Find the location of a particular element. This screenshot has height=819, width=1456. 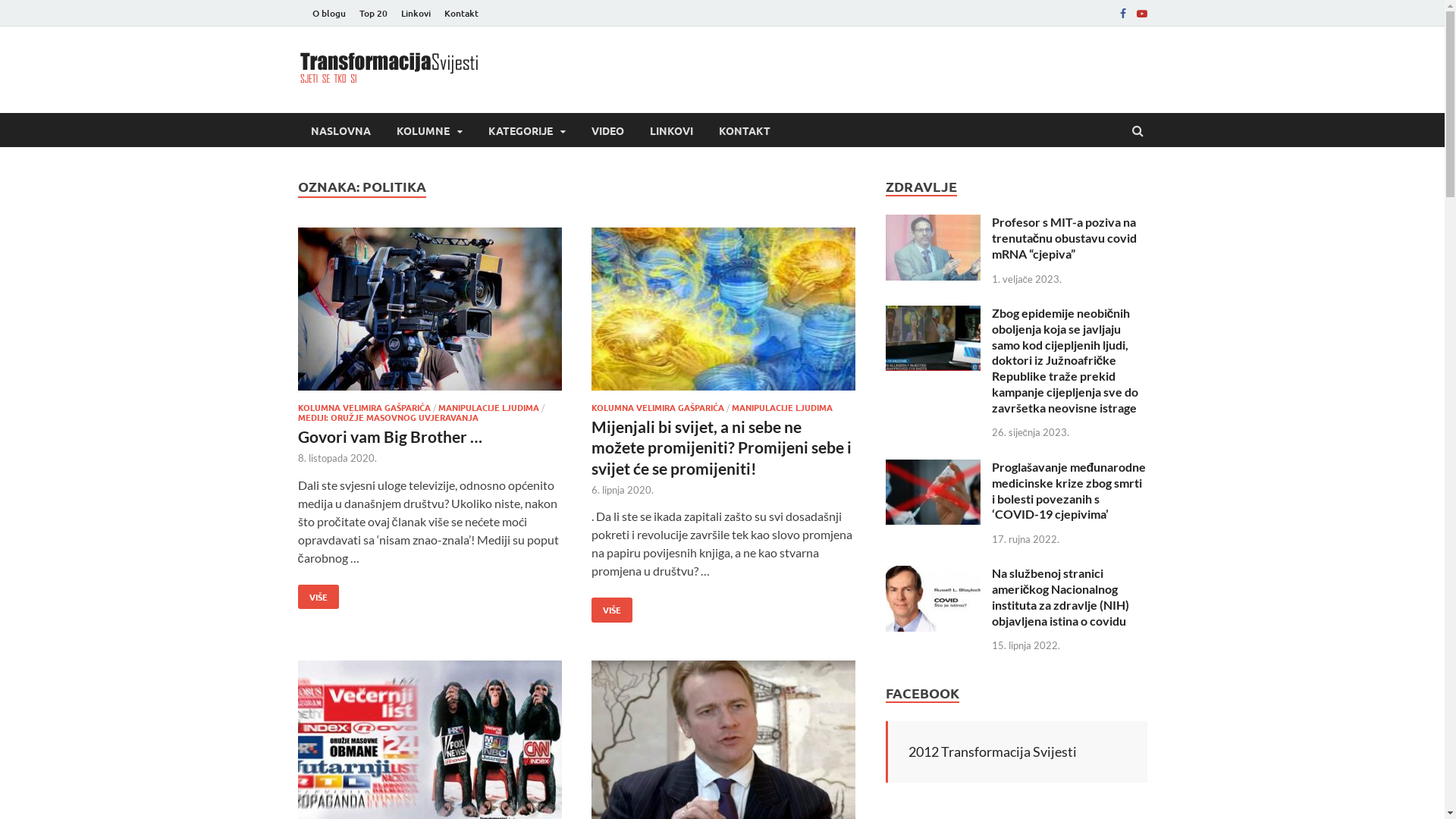

'VIDEO' is located at coordinates (577, 129).